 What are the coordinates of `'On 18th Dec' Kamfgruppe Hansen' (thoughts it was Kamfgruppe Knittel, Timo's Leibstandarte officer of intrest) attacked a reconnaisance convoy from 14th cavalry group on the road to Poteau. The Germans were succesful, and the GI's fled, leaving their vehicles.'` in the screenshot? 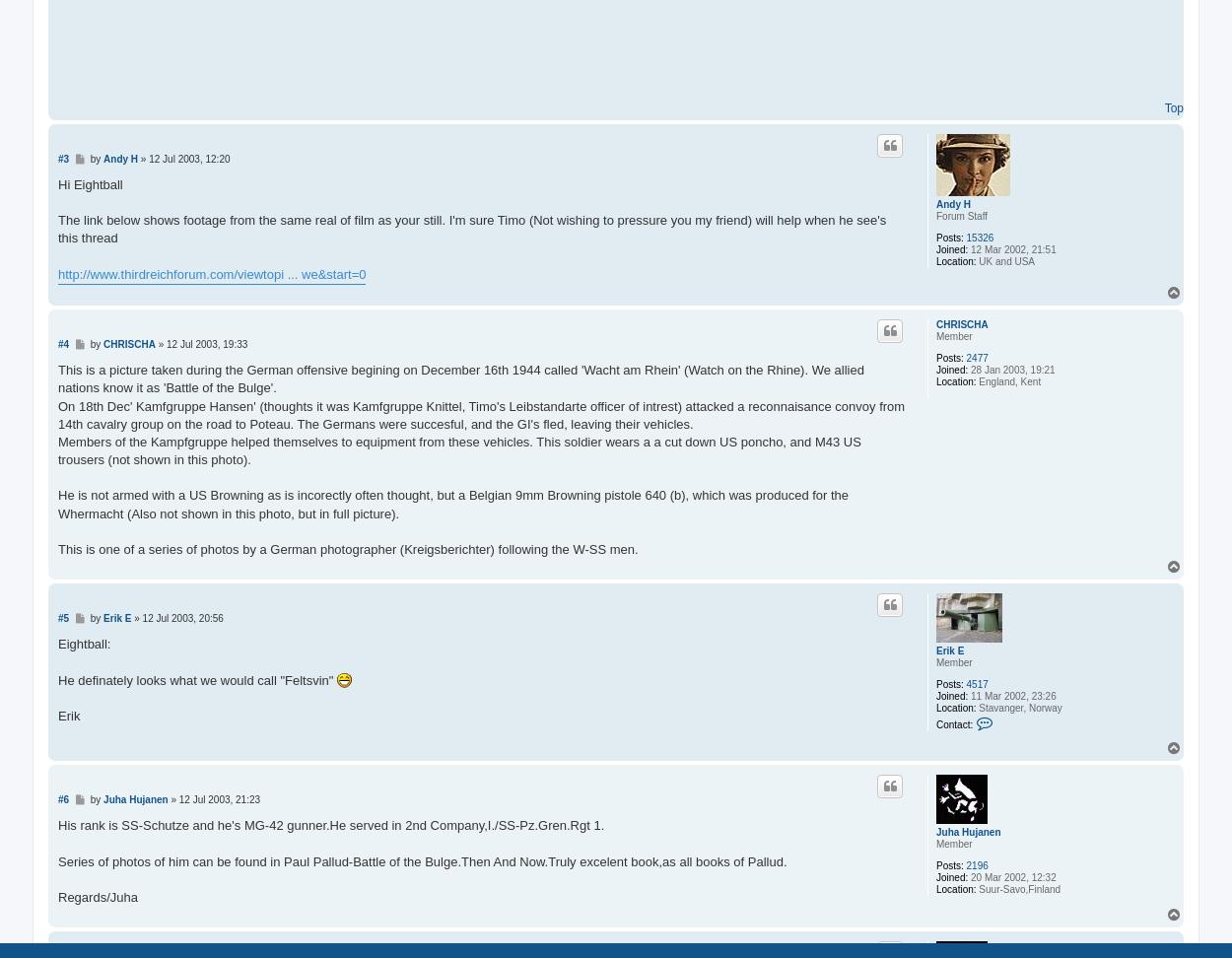 It's located at (480, 414).